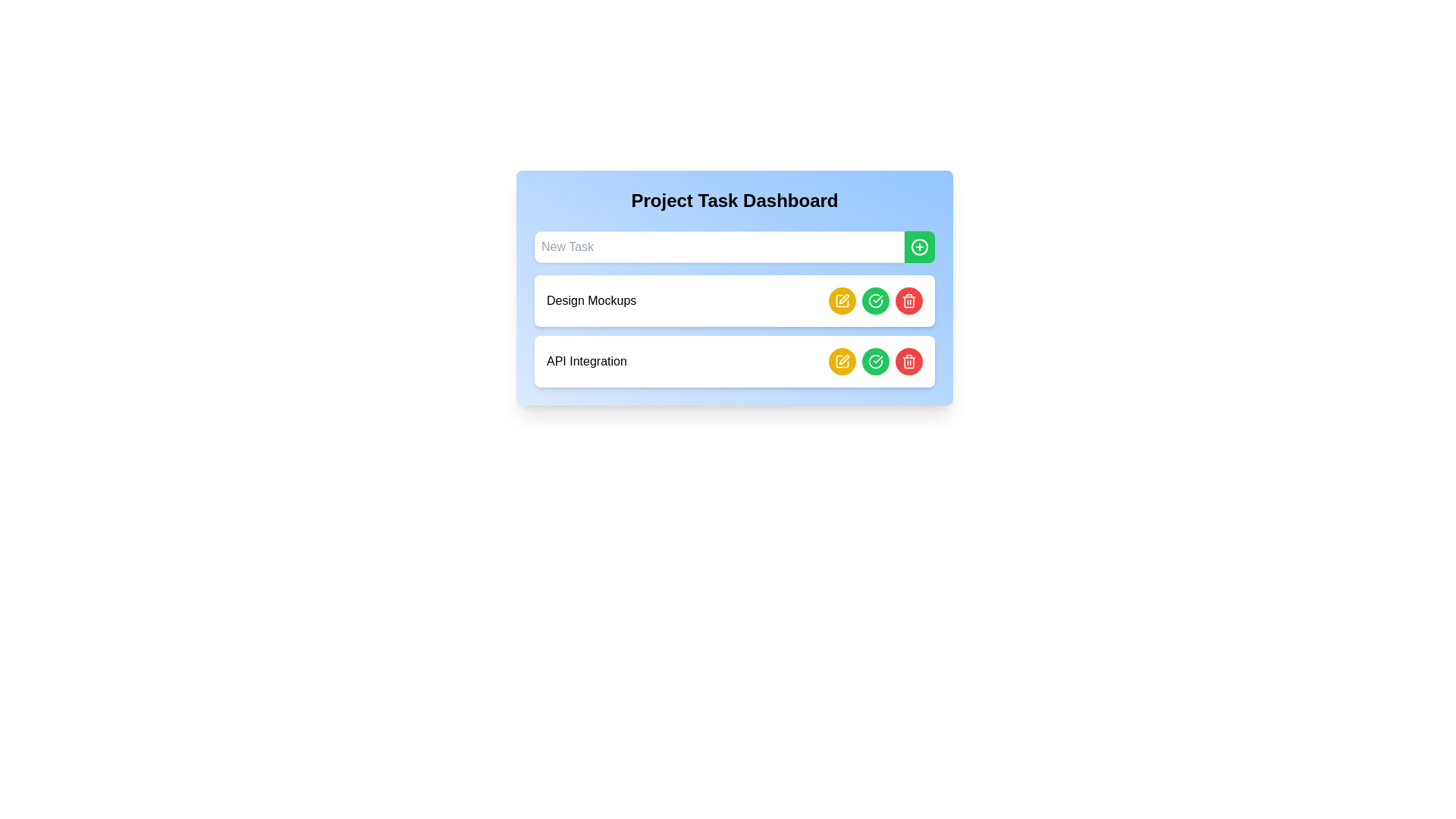 The height and width of the screenshot is (819, 1456). What do you see at coordinates (841, 362) in the screenshot?
I see `the yellow circular button with a pen icon located on the right side of the 'Design Mockups' task item to initiate editing` at bounding box center [841, 362].